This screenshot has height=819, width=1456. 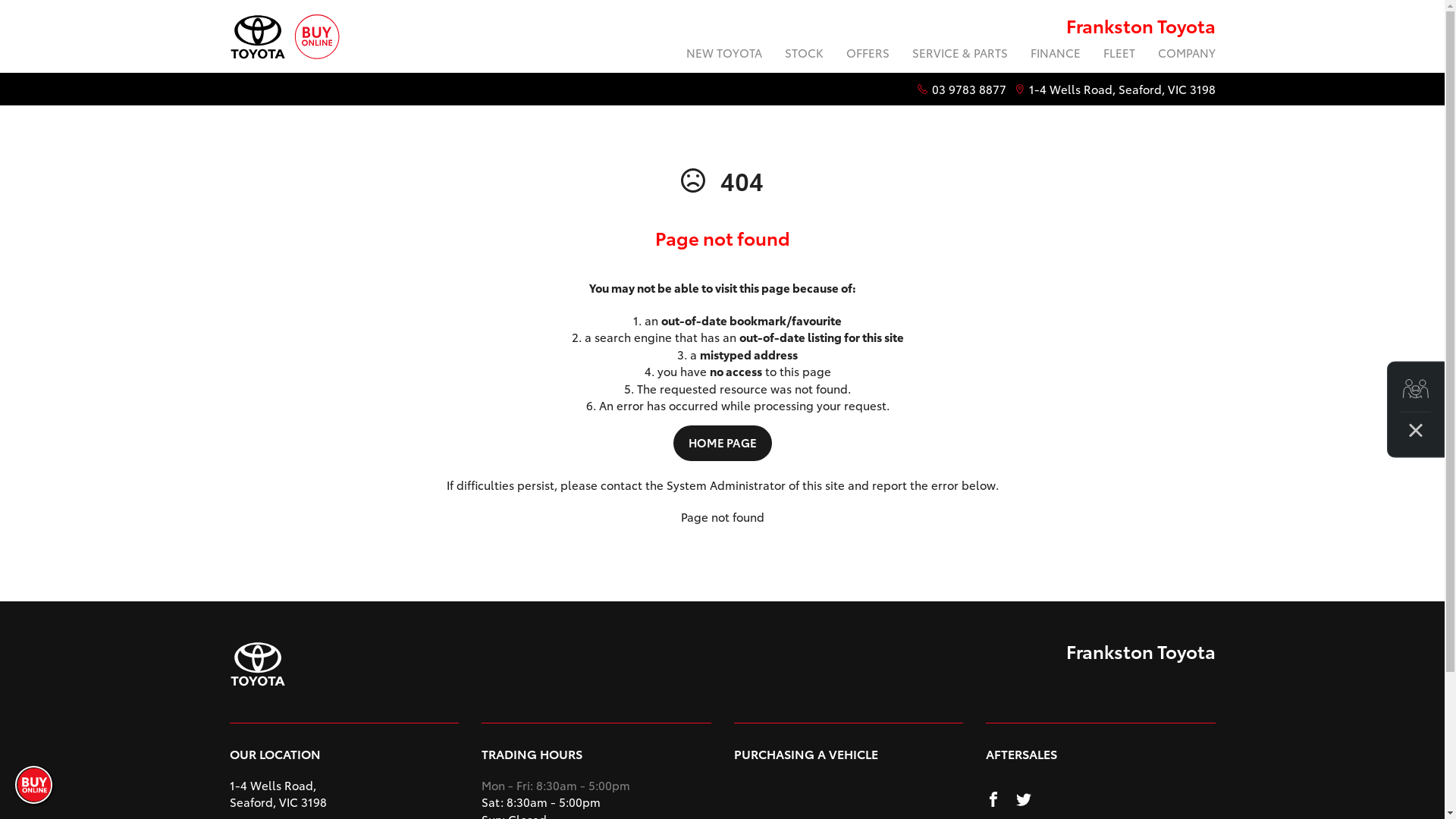 I want to click on 'SERVICE & PARTS', so click(x=959, y=54).